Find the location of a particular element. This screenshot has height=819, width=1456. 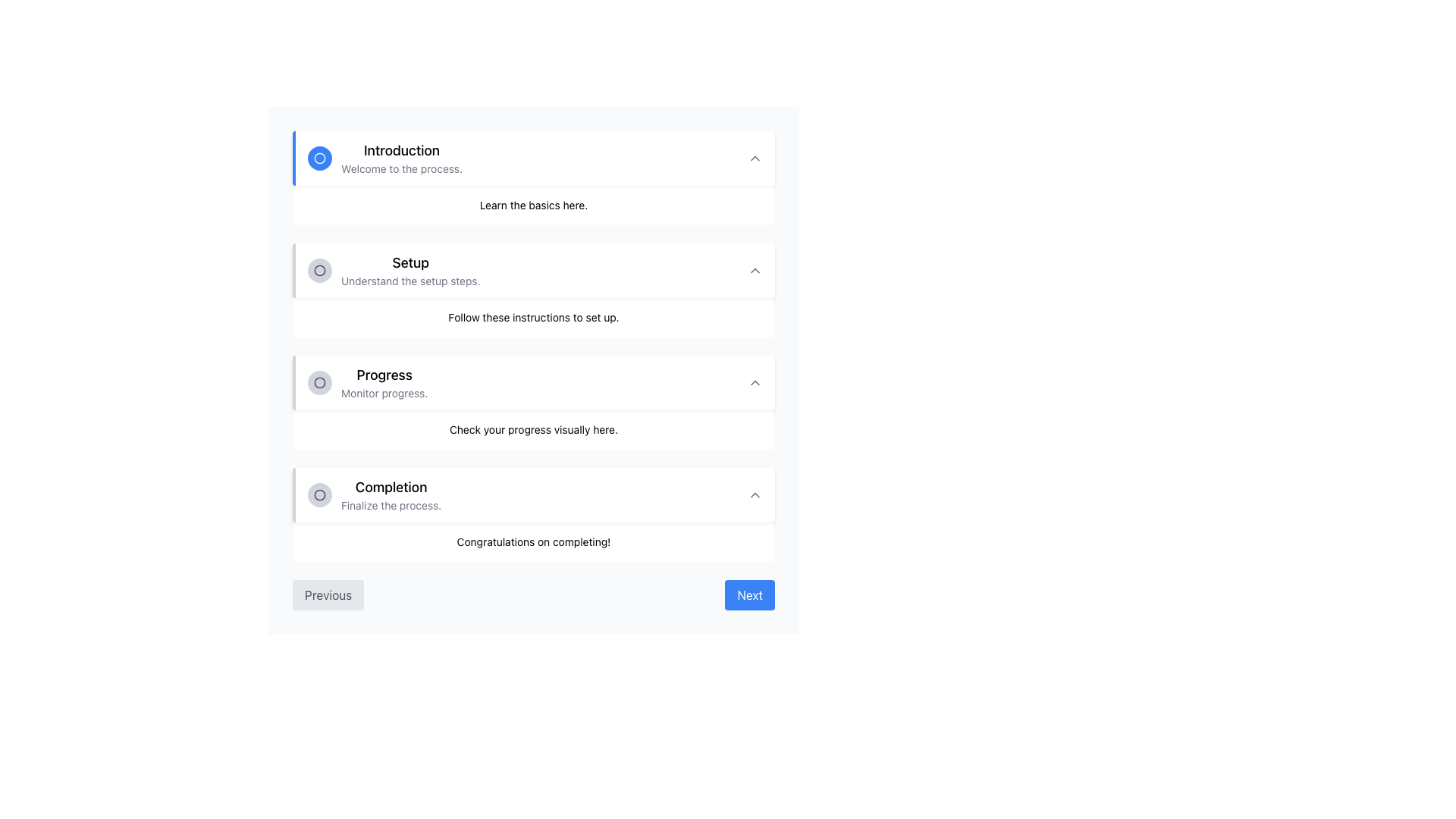

the circular icon with a hollow center, styled with a dark border, located to the left of the text label 'Setup' in the second position of the vertical list is located at coordinates (319, 270).